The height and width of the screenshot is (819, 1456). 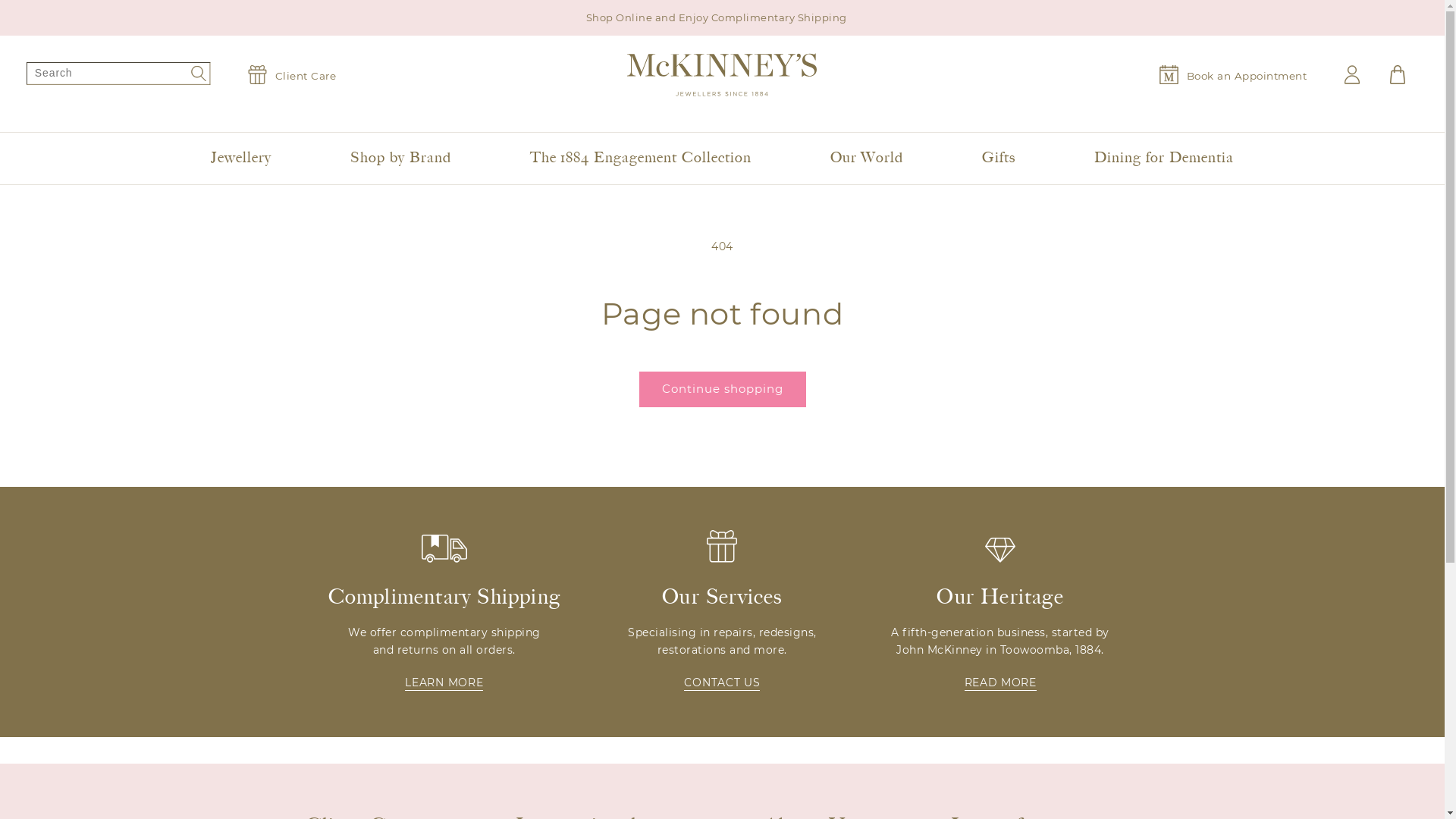 What do you see at coordinates (721, 17) in the screenshot?
I see `'Shop Online and Enjoy Complimentary Shipping'` at bounding box center [721, 17].